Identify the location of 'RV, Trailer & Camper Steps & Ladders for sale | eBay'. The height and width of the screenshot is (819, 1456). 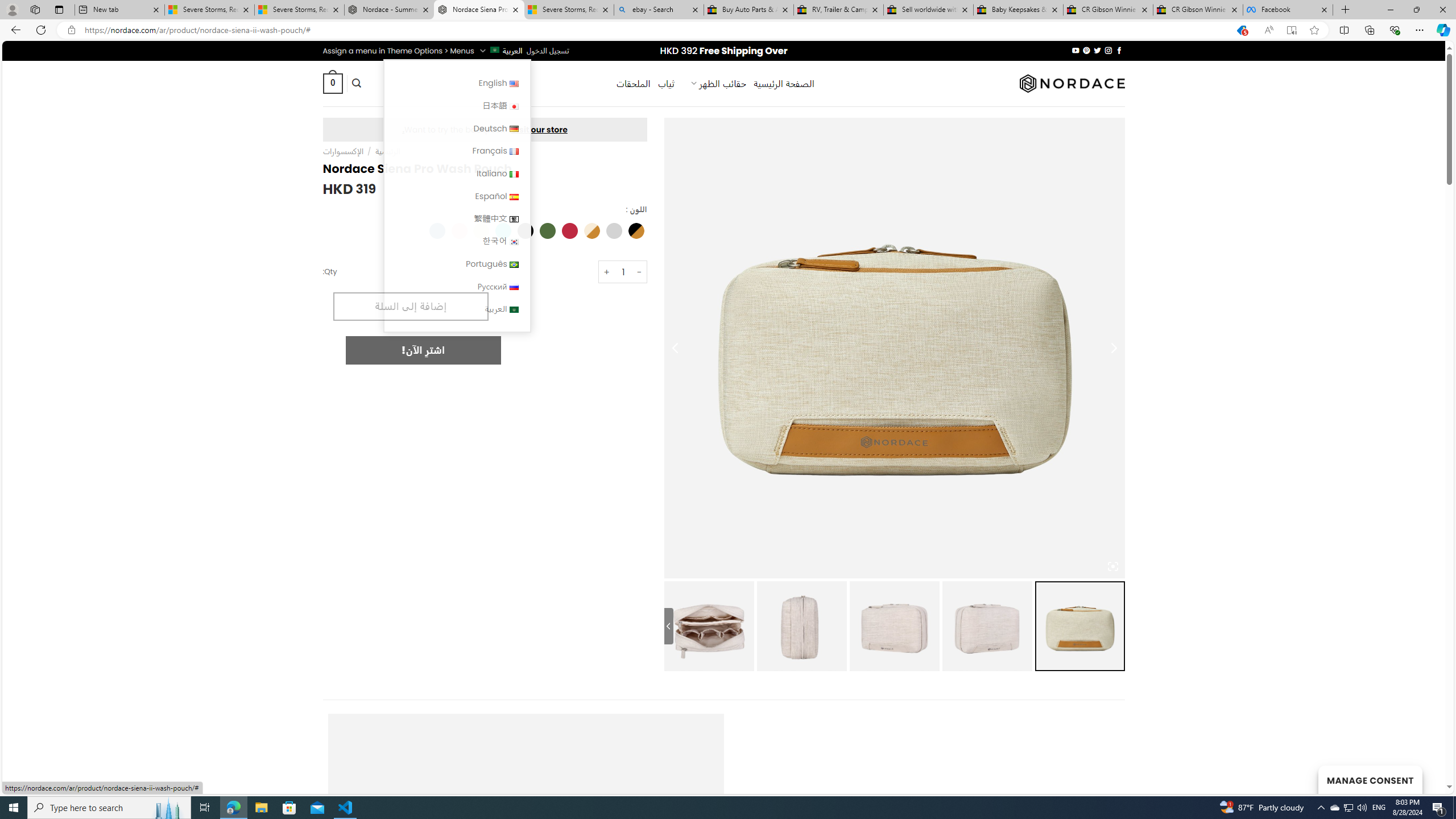
(838, 9).